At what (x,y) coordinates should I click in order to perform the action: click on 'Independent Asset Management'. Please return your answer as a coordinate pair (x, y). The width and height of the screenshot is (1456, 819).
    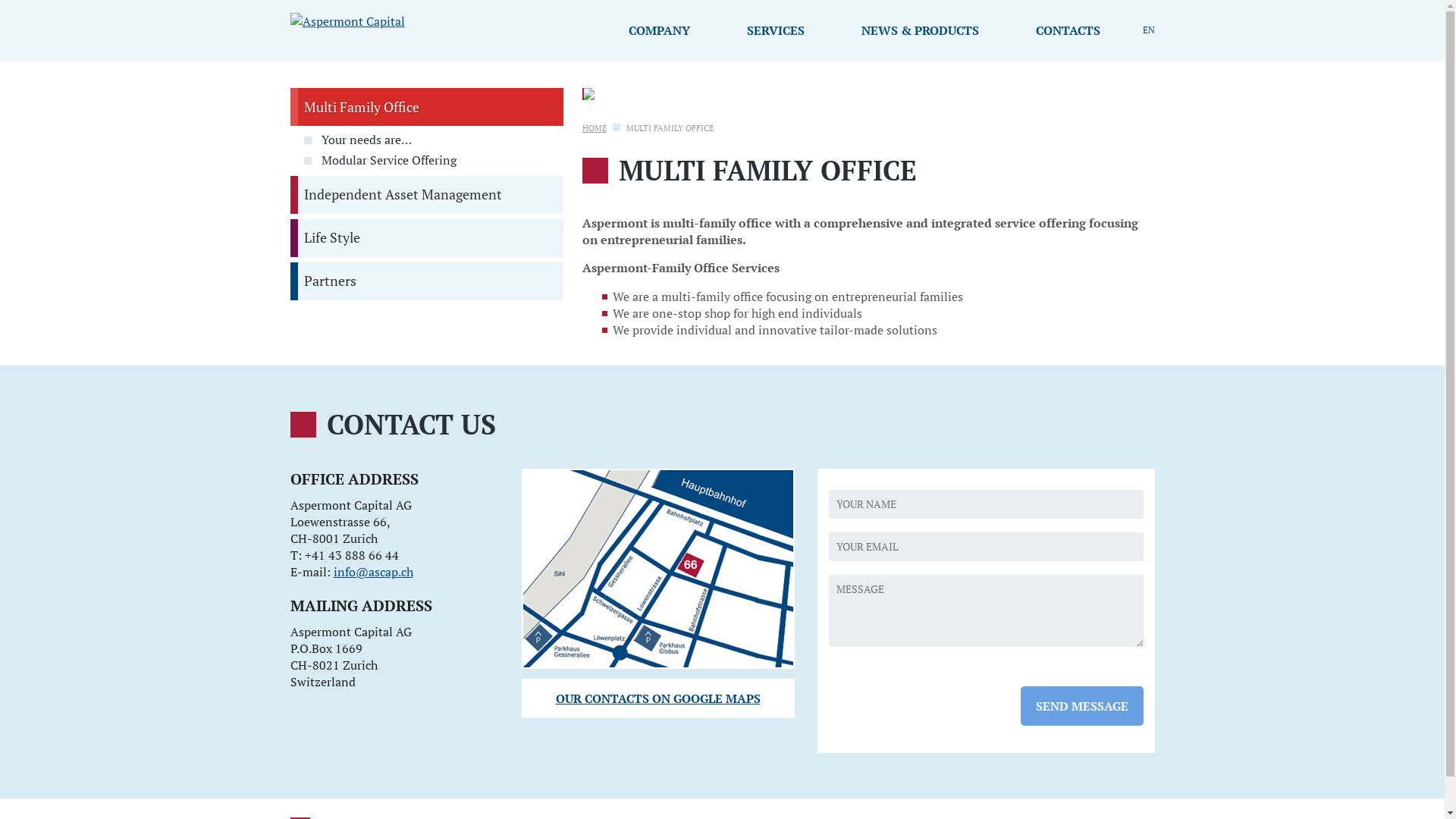
    Looking at the image, I should click on (425, 194).